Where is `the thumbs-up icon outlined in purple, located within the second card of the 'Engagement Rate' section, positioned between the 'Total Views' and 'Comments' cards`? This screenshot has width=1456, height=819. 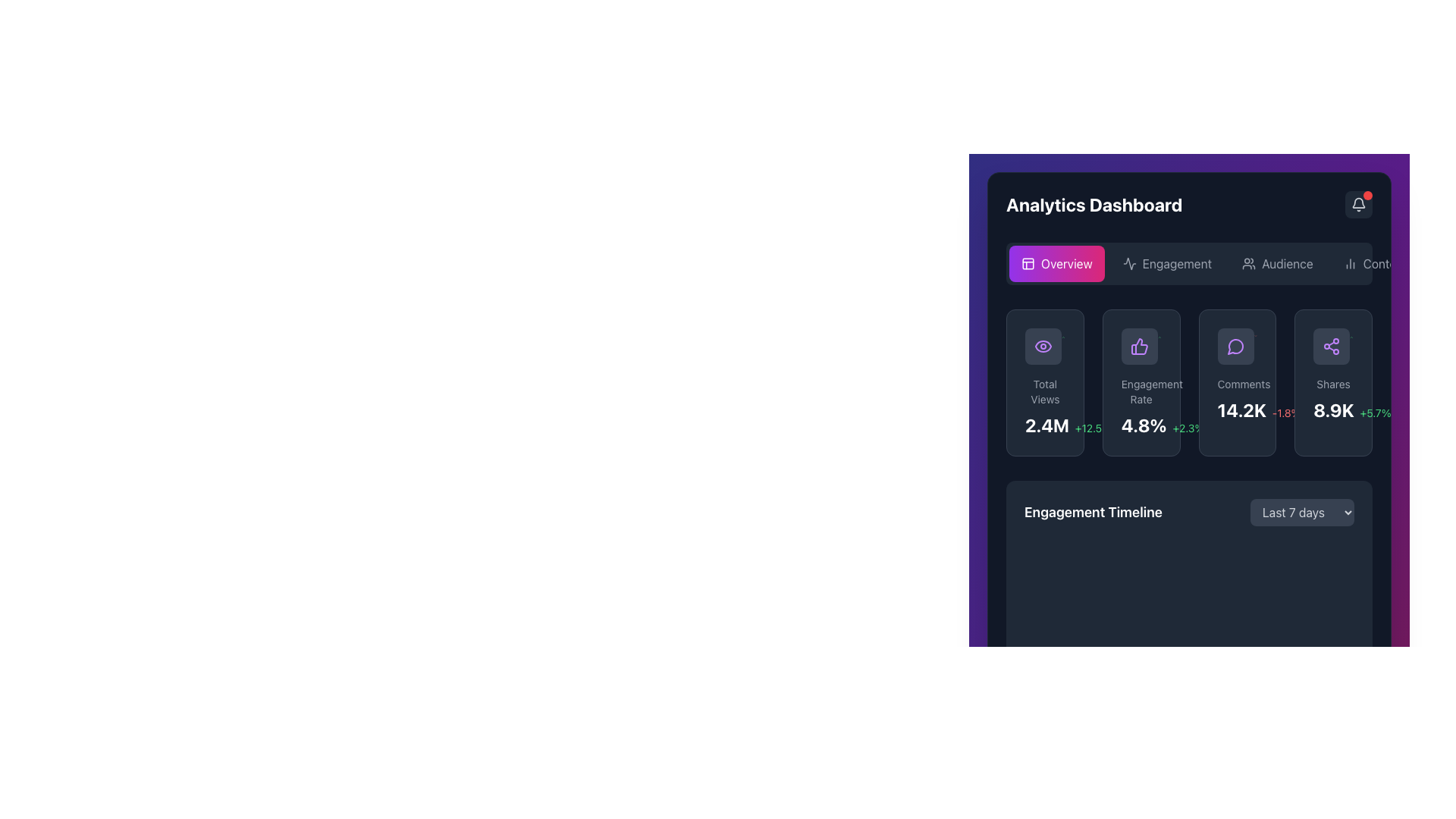 the thumbs-up icon outlined in purple, located within the second card of the 'Engagement Rate' section, positioned between the 'Total Views' and 'Comments' cards is located at coordinates (1139, 346).